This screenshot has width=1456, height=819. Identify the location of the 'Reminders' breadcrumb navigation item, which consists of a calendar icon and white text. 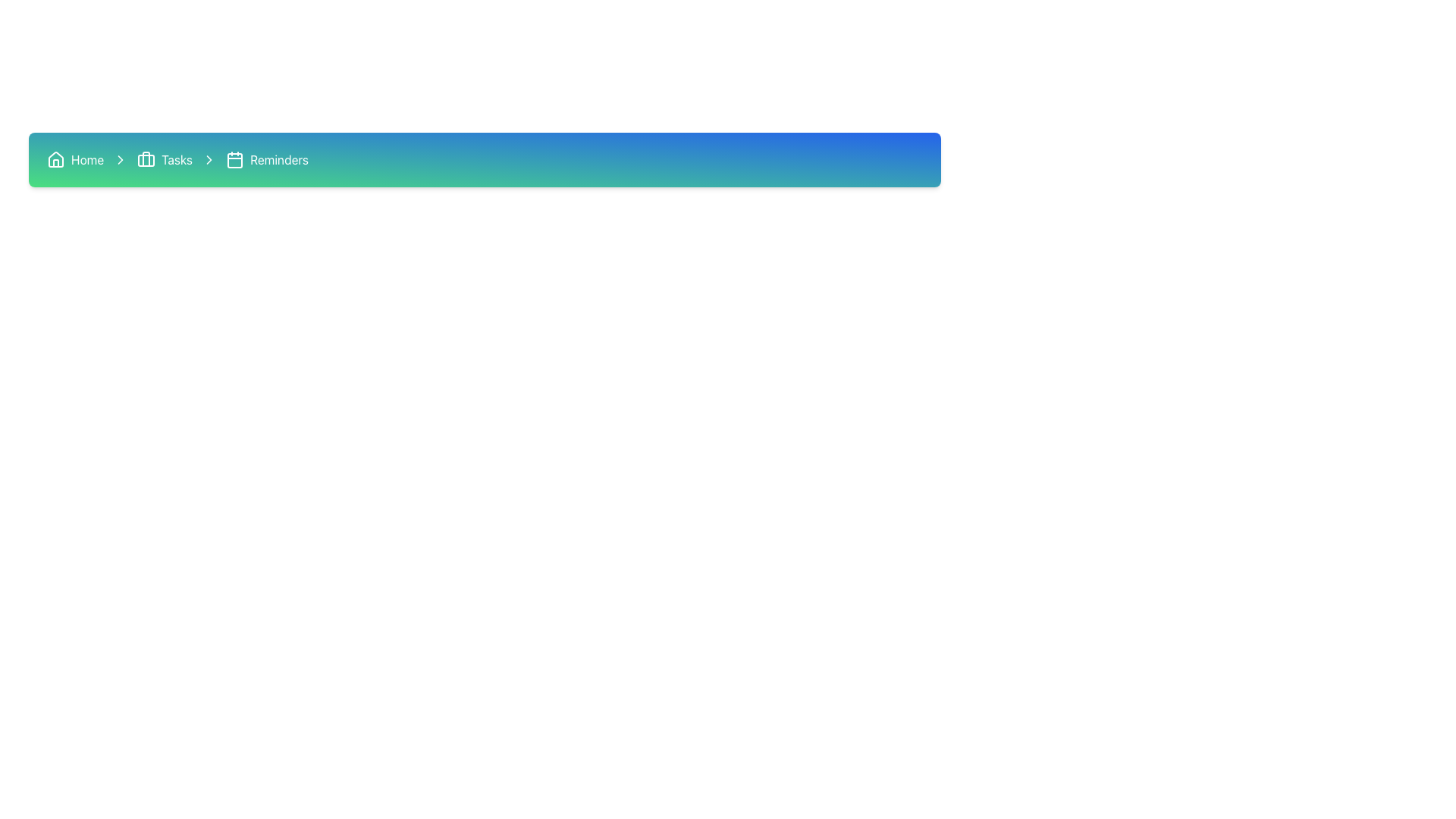
(267, 160).